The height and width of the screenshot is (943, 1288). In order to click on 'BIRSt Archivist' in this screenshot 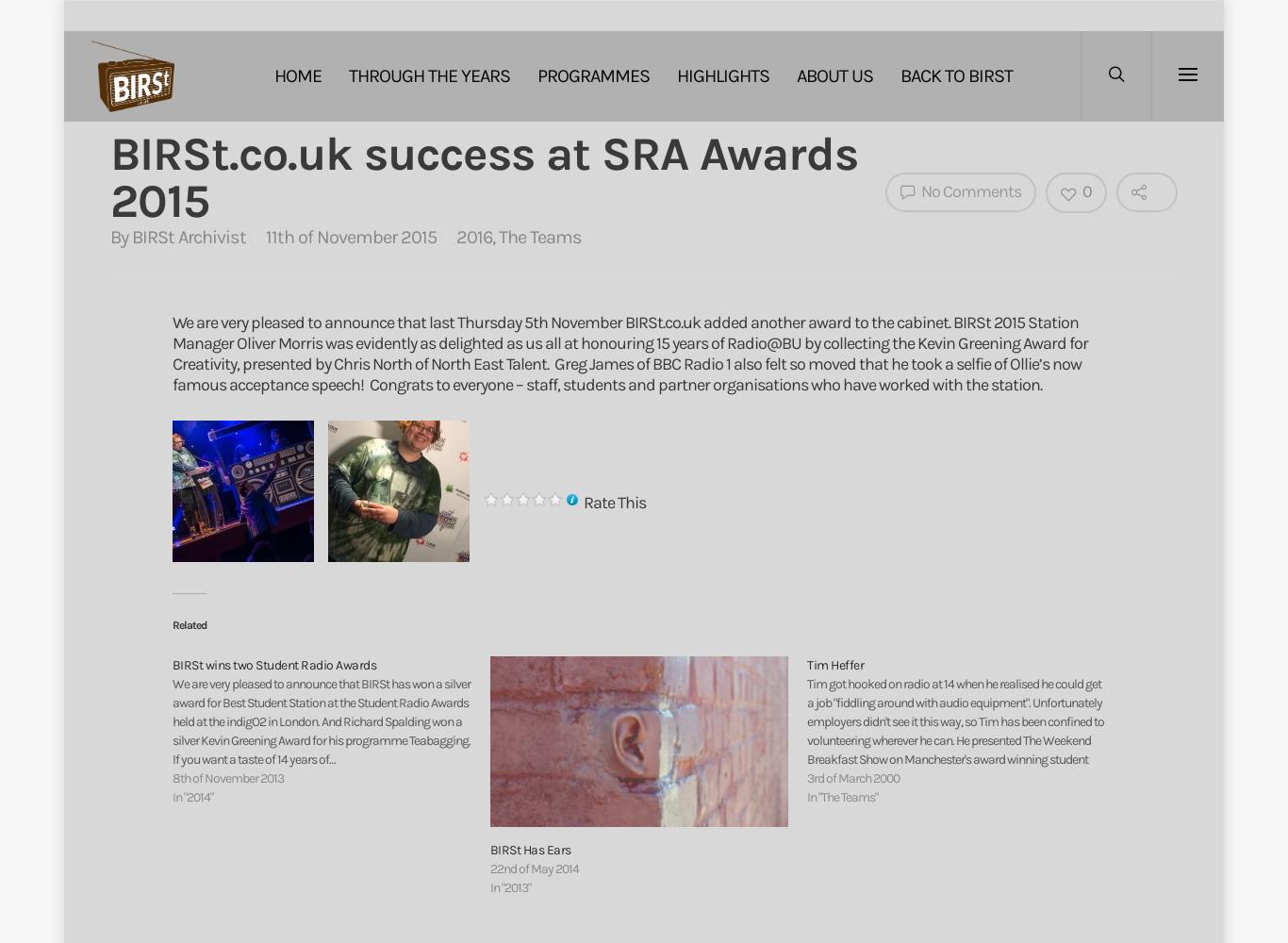, I will do `click(188, 237)`.